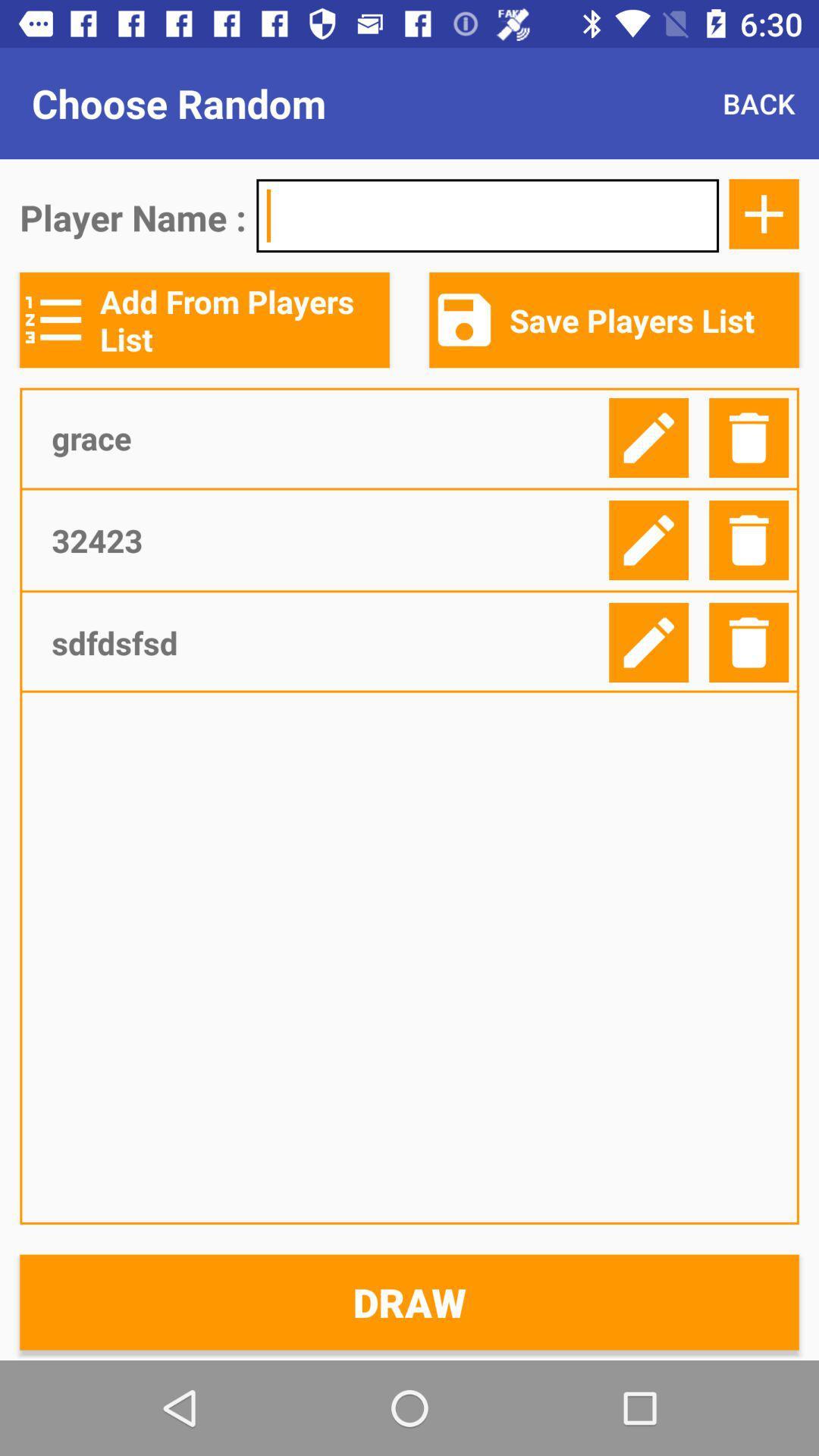  I want to click on delete contact, so click(748, 437).